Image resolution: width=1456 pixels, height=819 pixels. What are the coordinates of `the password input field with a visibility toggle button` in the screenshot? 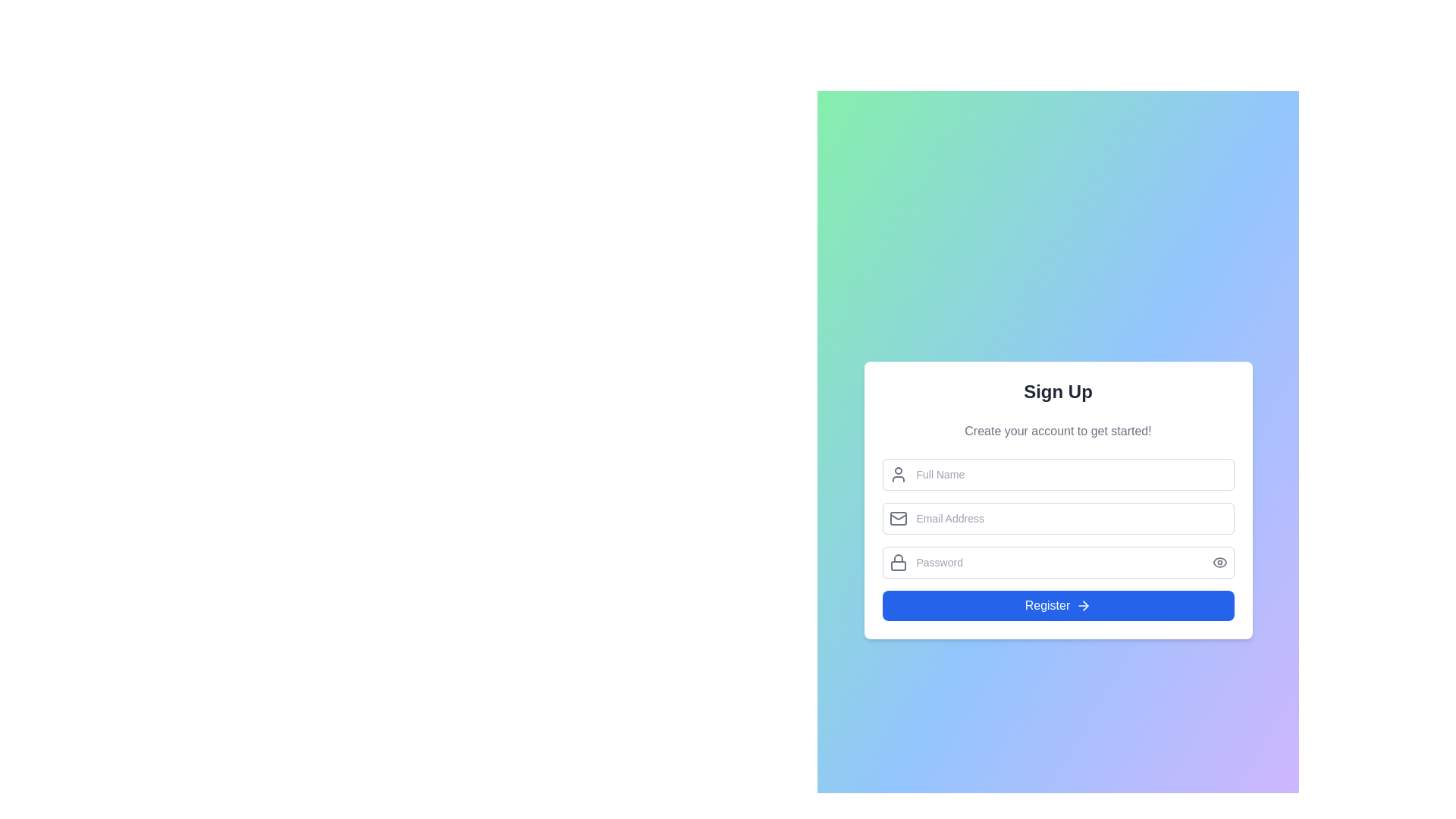 It's located at (1057, 562).